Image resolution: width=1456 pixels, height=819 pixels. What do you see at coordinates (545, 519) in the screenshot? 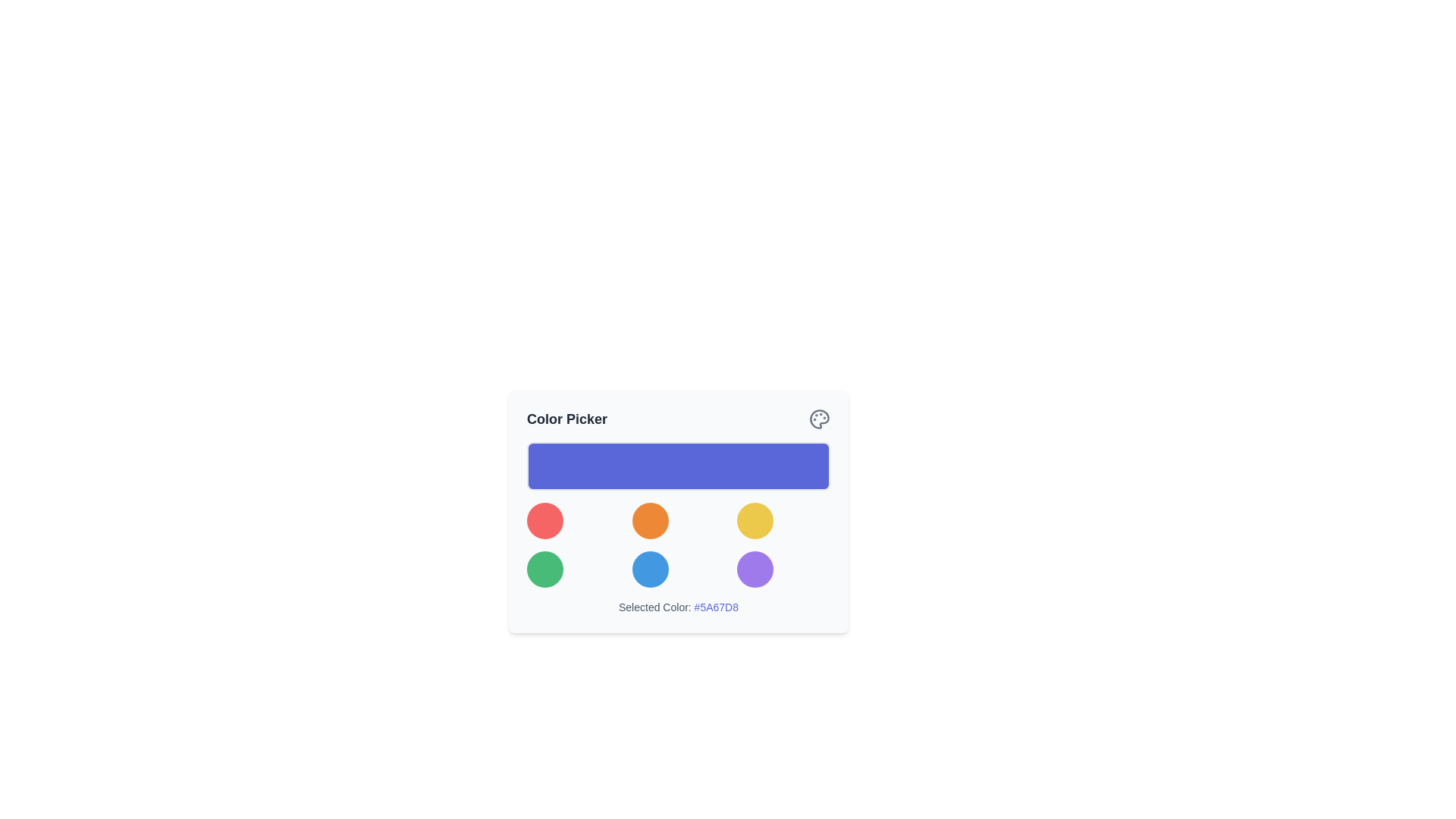
I see `the top-left button in the color picker tool` at bounding box center [545, 519].